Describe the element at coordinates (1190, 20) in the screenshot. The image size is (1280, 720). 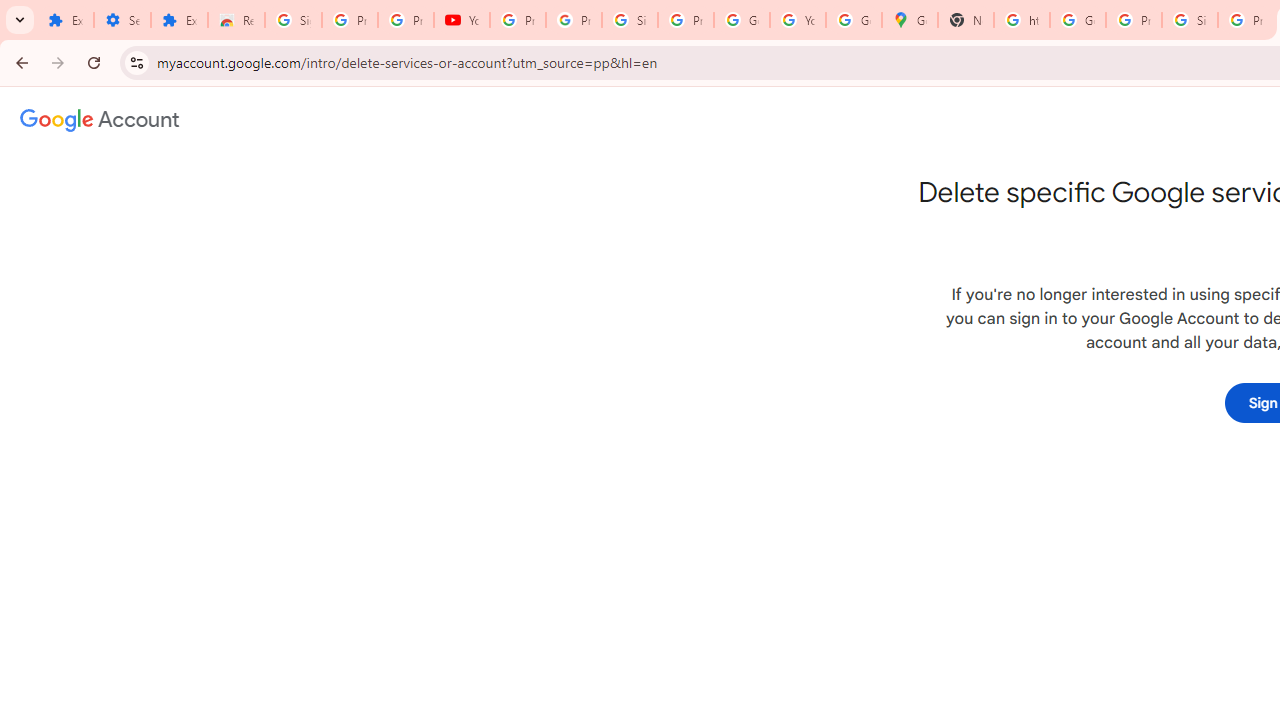
I see `'Sign in - Google Accounts'` at that location.